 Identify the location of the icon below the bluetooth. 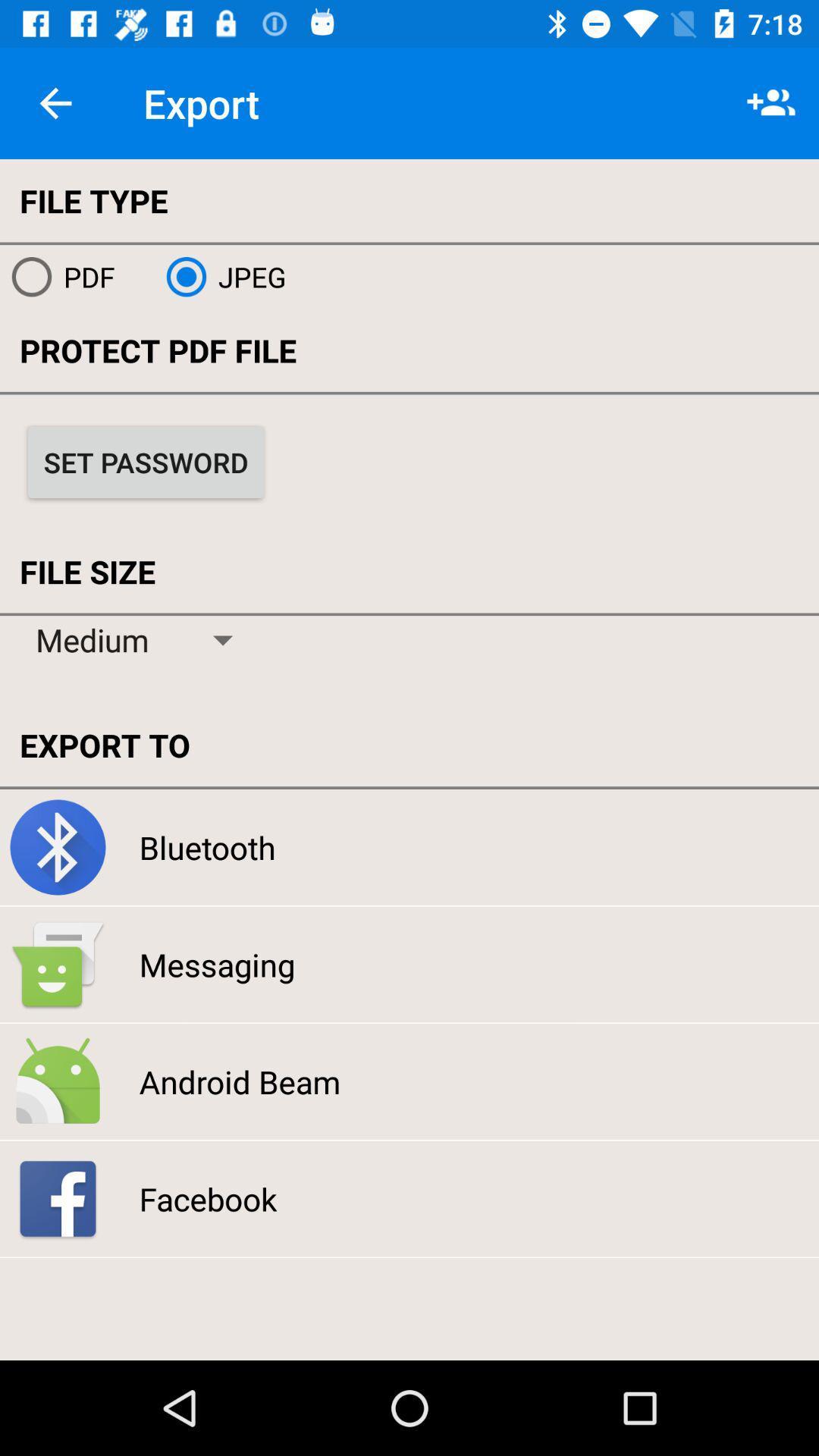
(217, 964).